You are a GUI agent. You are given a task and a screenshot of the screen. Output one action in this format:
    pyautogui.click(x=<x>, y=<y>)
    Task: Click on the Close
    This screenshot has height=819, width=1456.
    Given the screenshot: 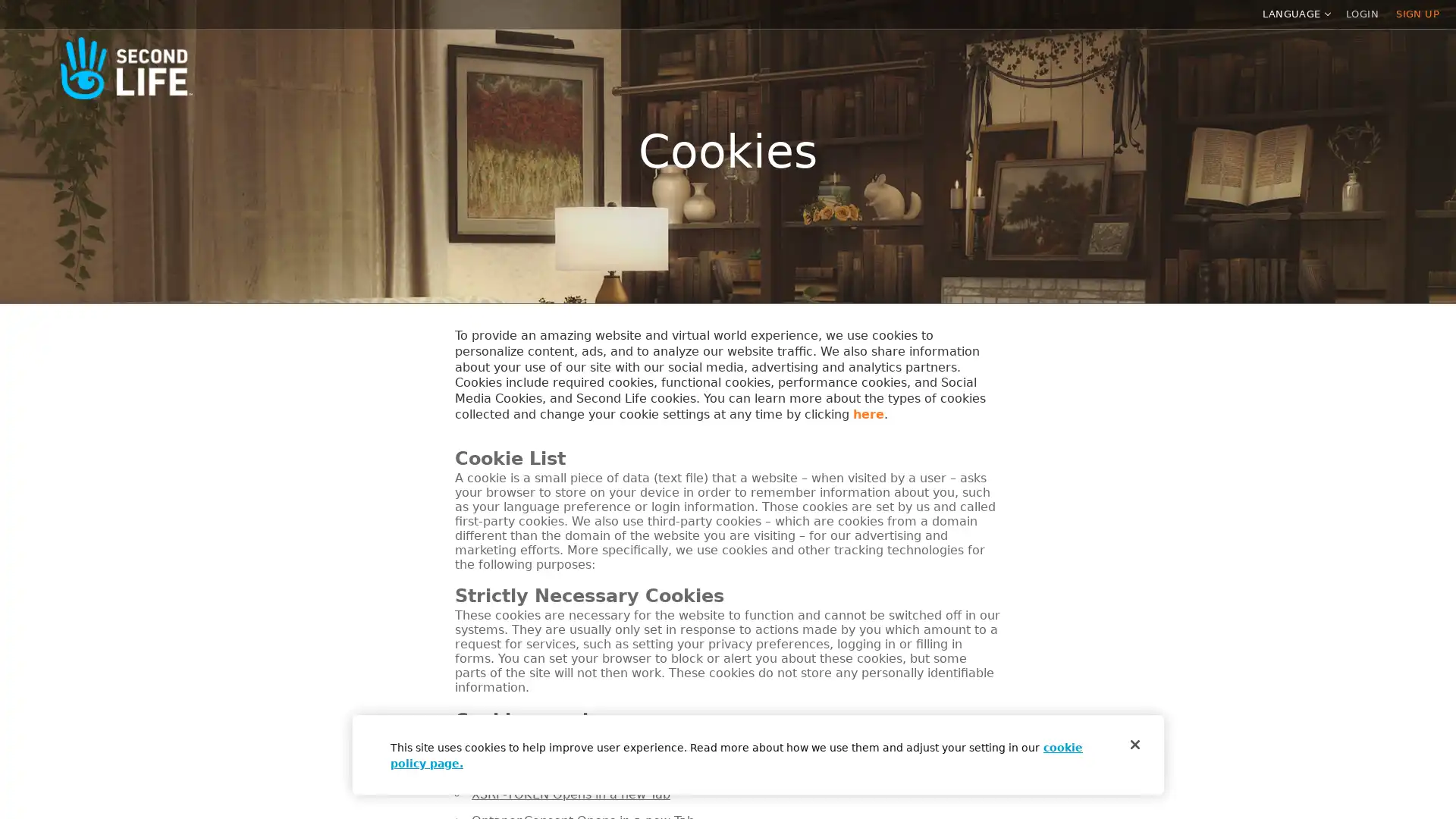 What is the action you would take?
    pyautogui.click(x=1135, y=744)
    